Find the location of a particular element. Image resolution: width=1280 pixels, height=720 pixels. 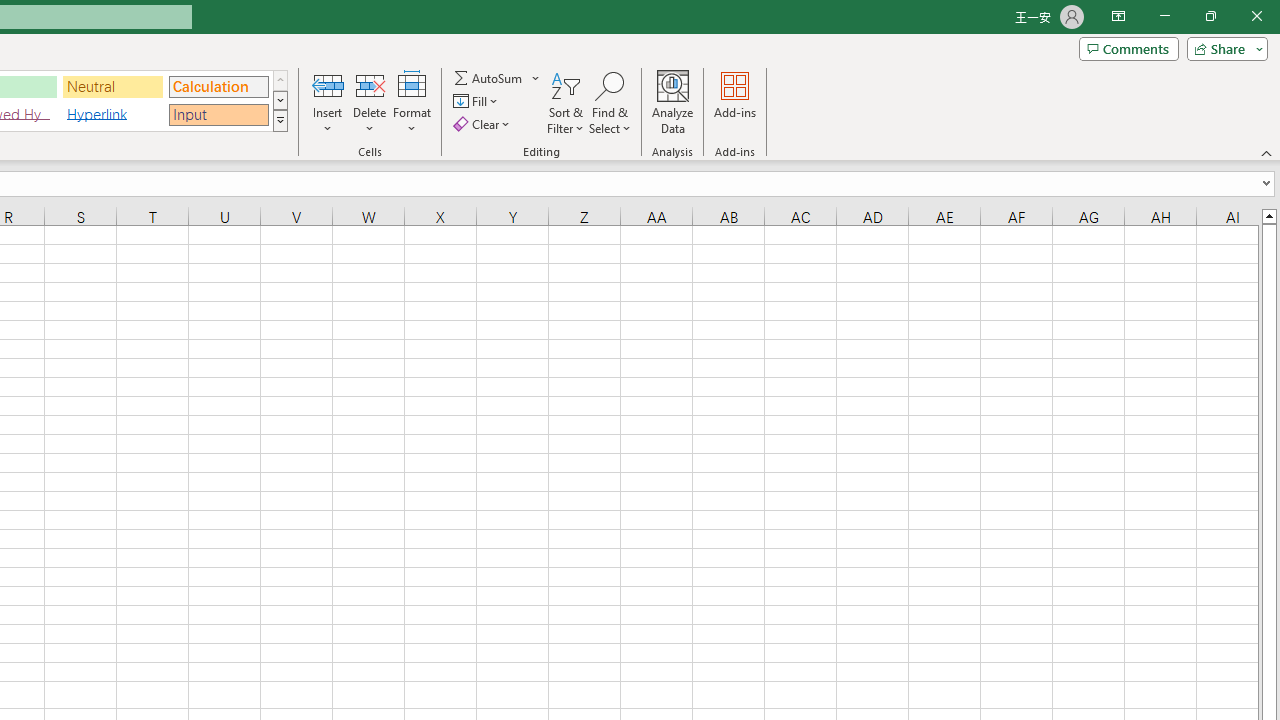

'Clear' is located at coordinates (483, 124).